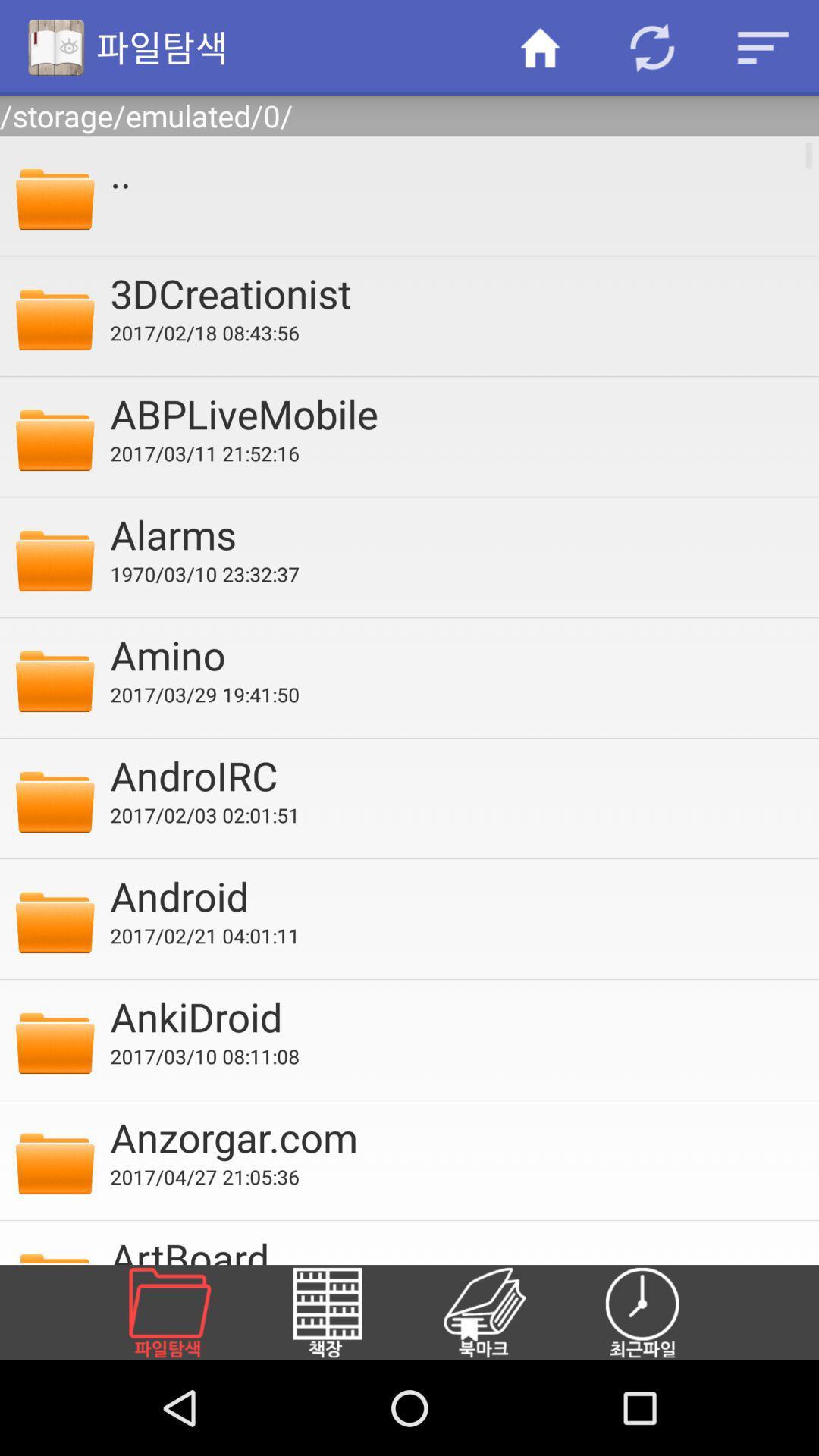 The height and width of the screenshot is (1456, 819). I want to click on the artboard icon, so click(453, 1247).